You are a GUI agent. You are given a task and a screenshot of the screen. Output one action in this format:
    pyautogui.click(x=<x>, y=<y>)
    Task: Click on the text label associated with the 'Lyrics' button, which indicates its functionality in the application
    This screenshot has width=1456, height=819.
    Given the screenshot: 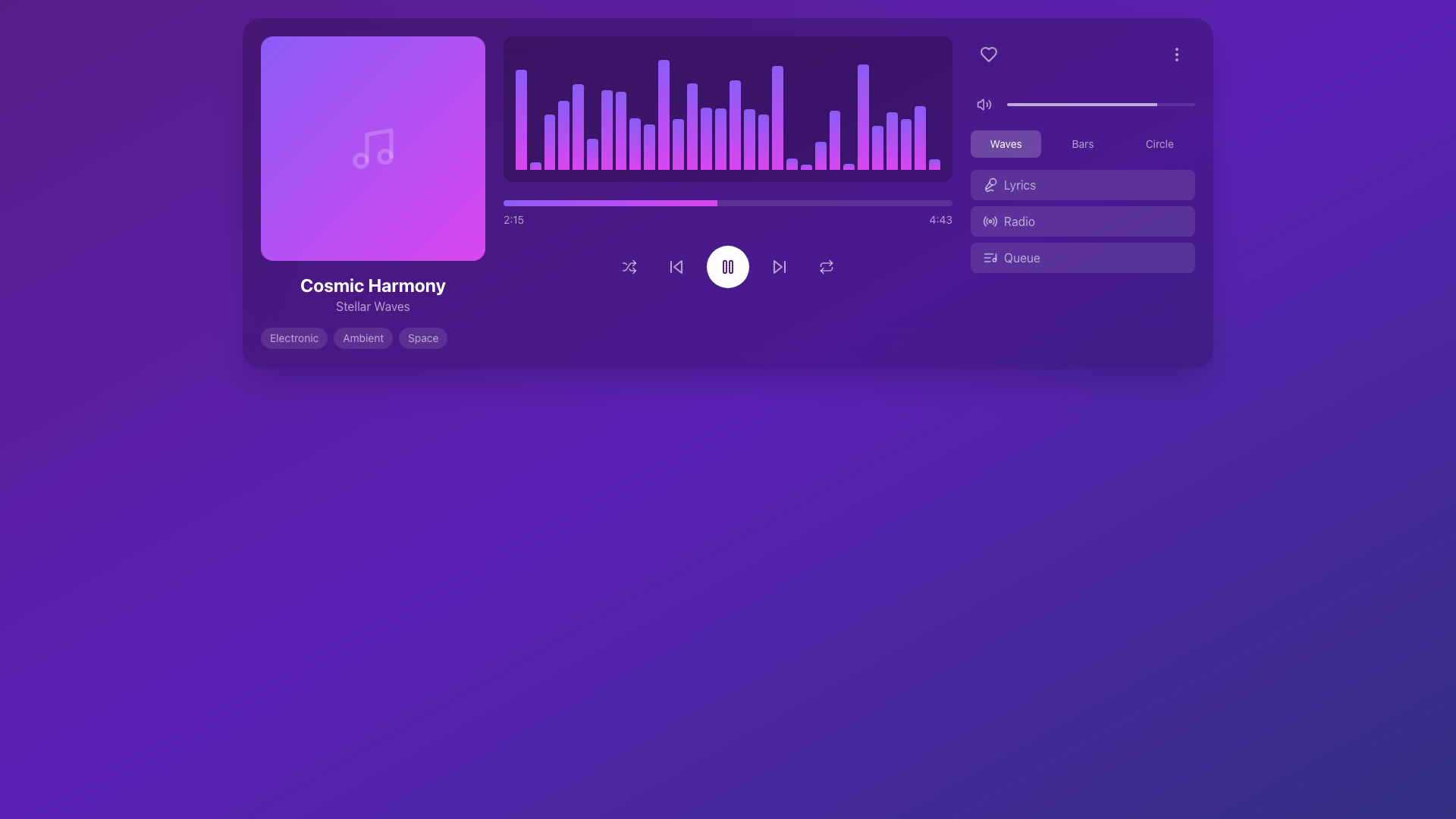 What is the action you would take?
    pyautogui.click(x=1020, y=184)
    